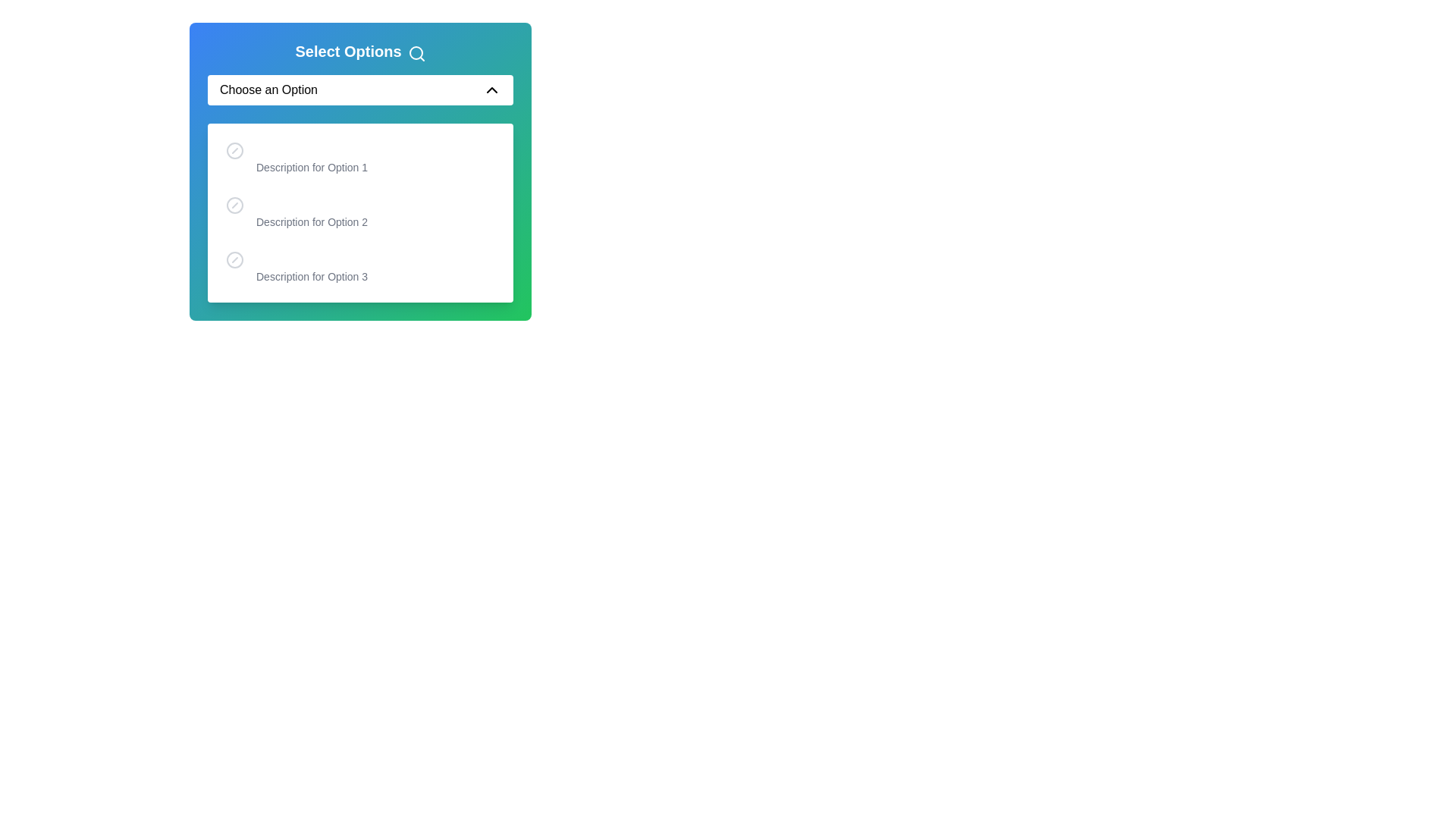 This screenshot has width=1456, height=819. What do you see at coordinates (311, 158) in the screenshot?
I see `the descriptive text beneath the label 'Option 1' in the options list` at bounding box center [311, 158].